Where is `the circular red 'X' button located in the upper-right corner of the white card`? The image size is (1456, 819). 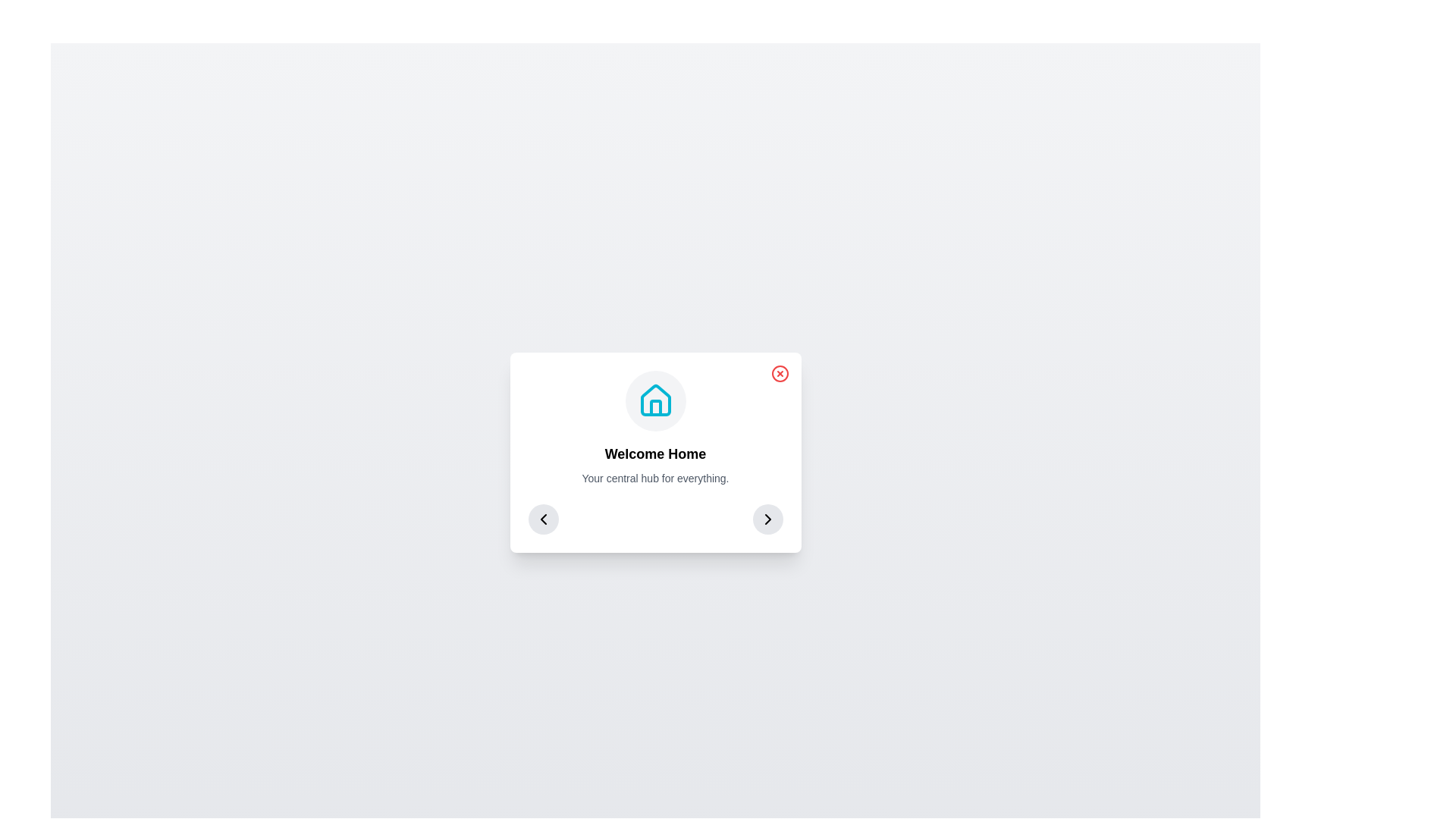
the circular red 'X' button located in the upper-right corner of the white card is located at coordinates (780, 374).